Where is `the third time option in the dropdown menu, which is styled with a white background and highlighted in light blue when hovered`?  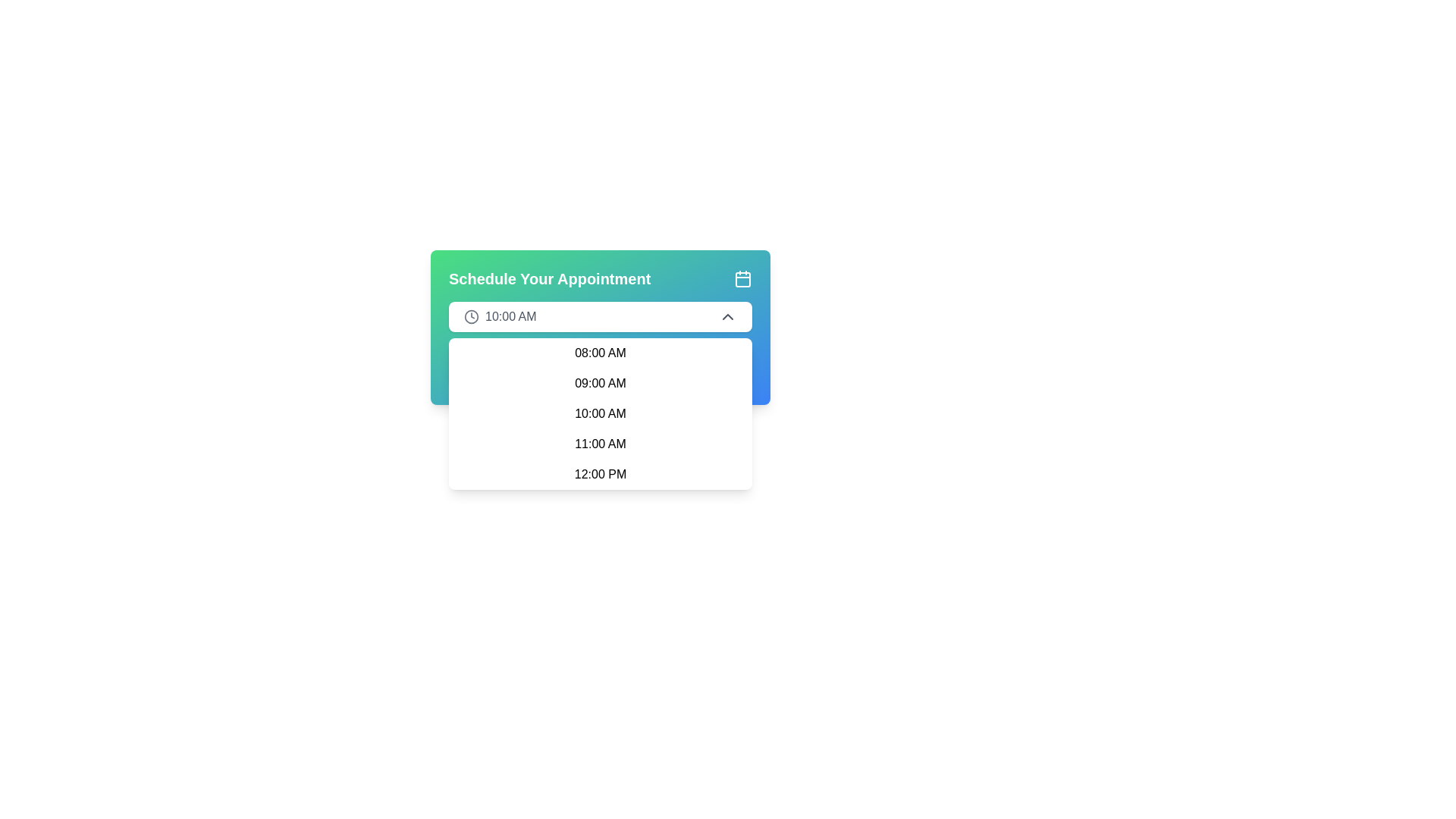 the third time option in the dropdown menu, which is styled with a white background and highlighted in light blue when hovered is located at coordinates (600, 414).